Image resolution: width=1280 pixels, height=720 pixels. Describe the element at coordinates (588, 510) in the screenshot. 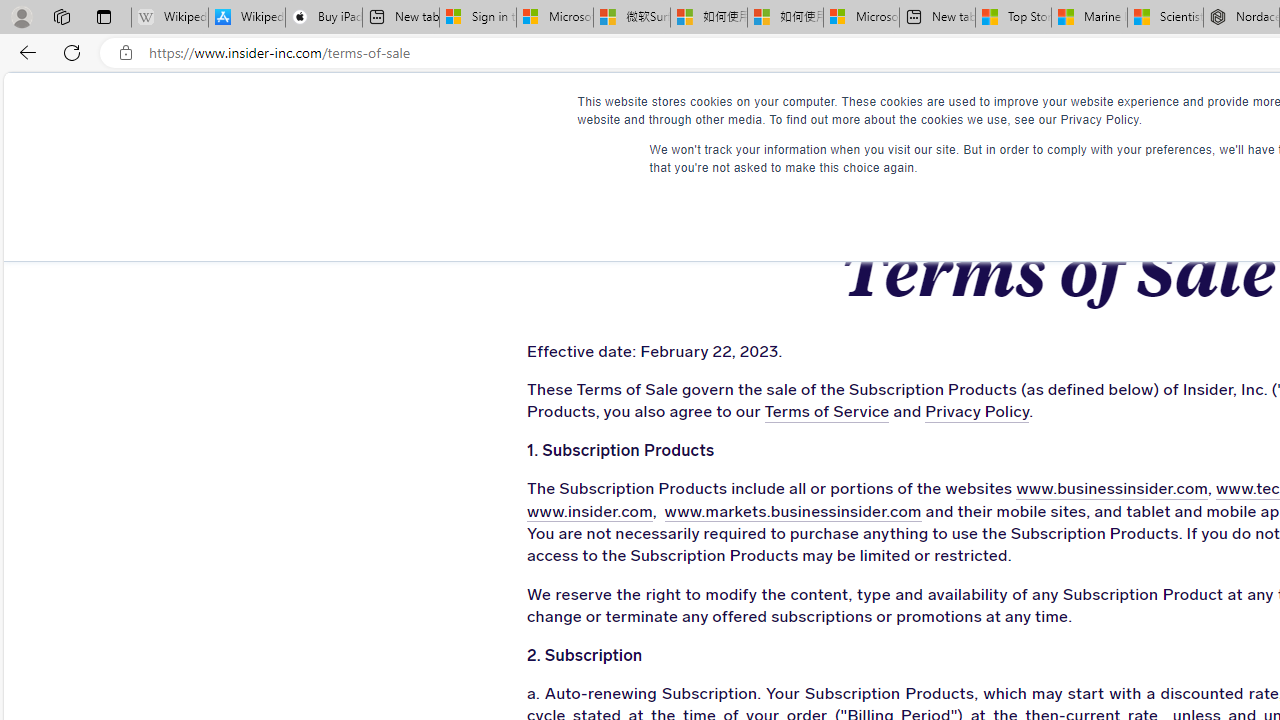

I see `'www.insider.com'` at that location.